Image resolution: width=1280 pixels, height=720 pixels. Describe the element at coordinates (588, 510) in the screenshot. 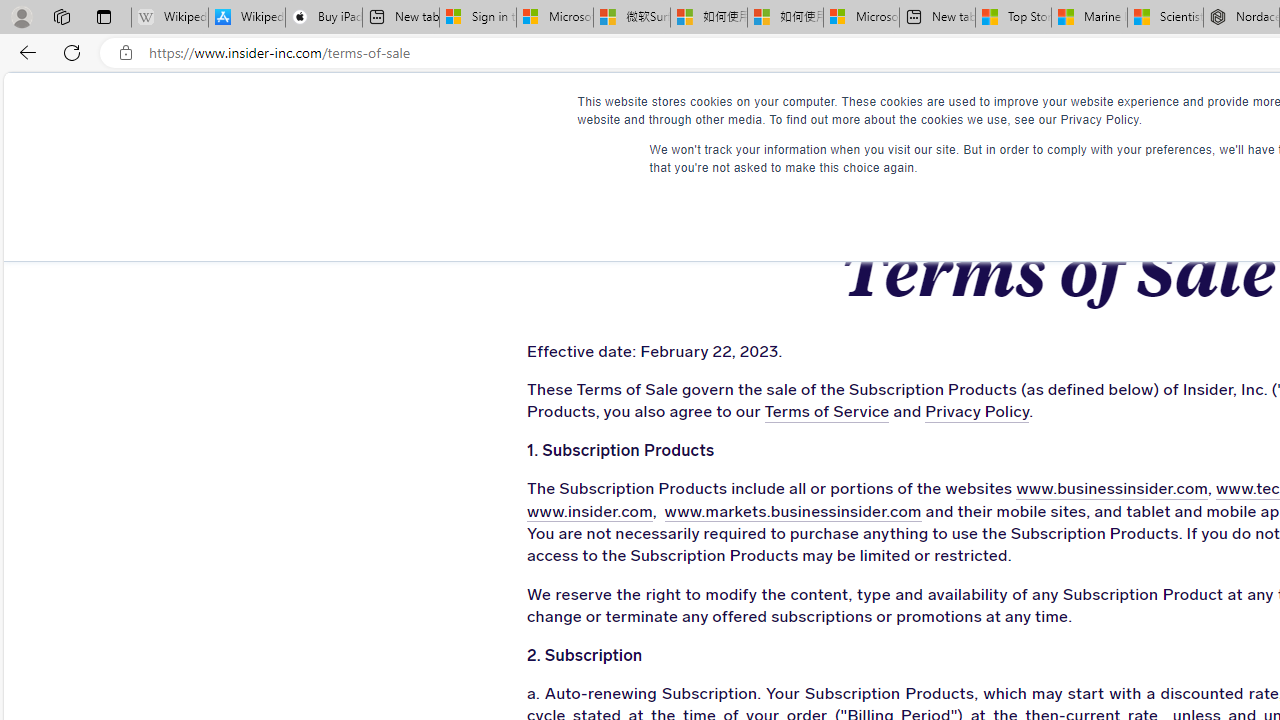

I see `'www.insider.com'` at that location.